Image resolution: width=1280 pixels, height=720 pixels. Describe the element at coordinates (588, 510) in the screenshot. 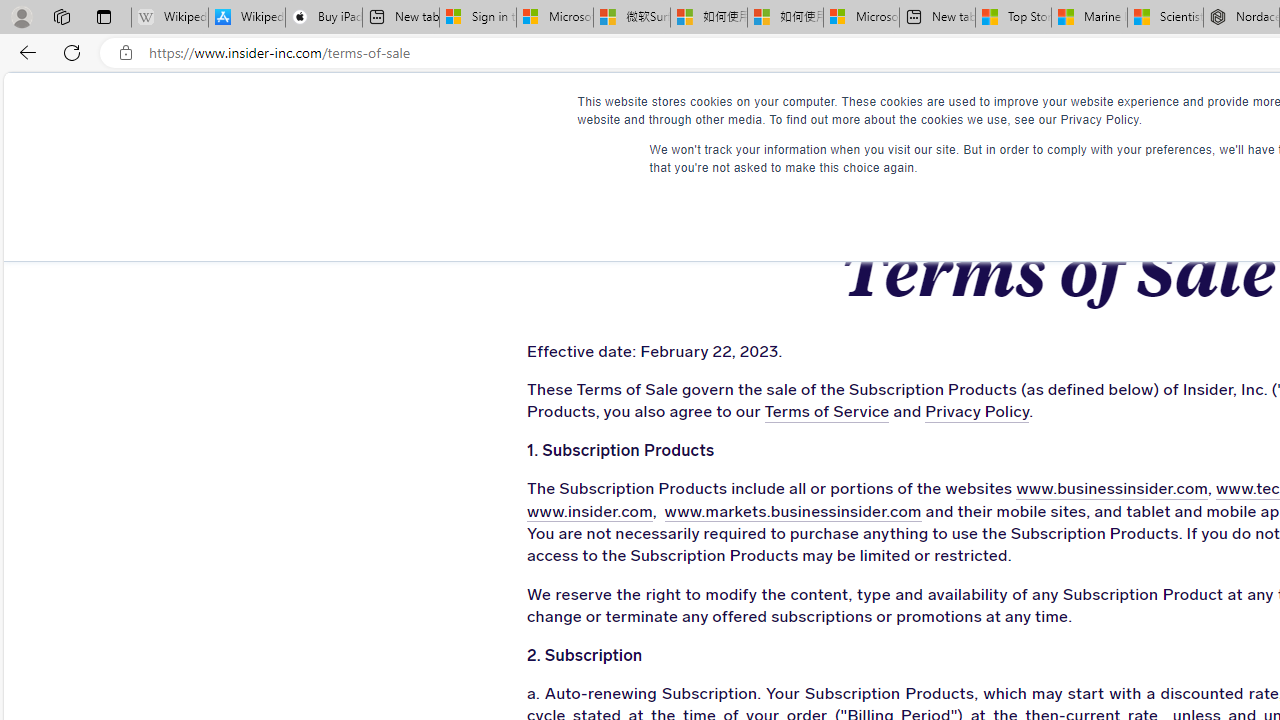

I see `'www.insider.com'` at that location.